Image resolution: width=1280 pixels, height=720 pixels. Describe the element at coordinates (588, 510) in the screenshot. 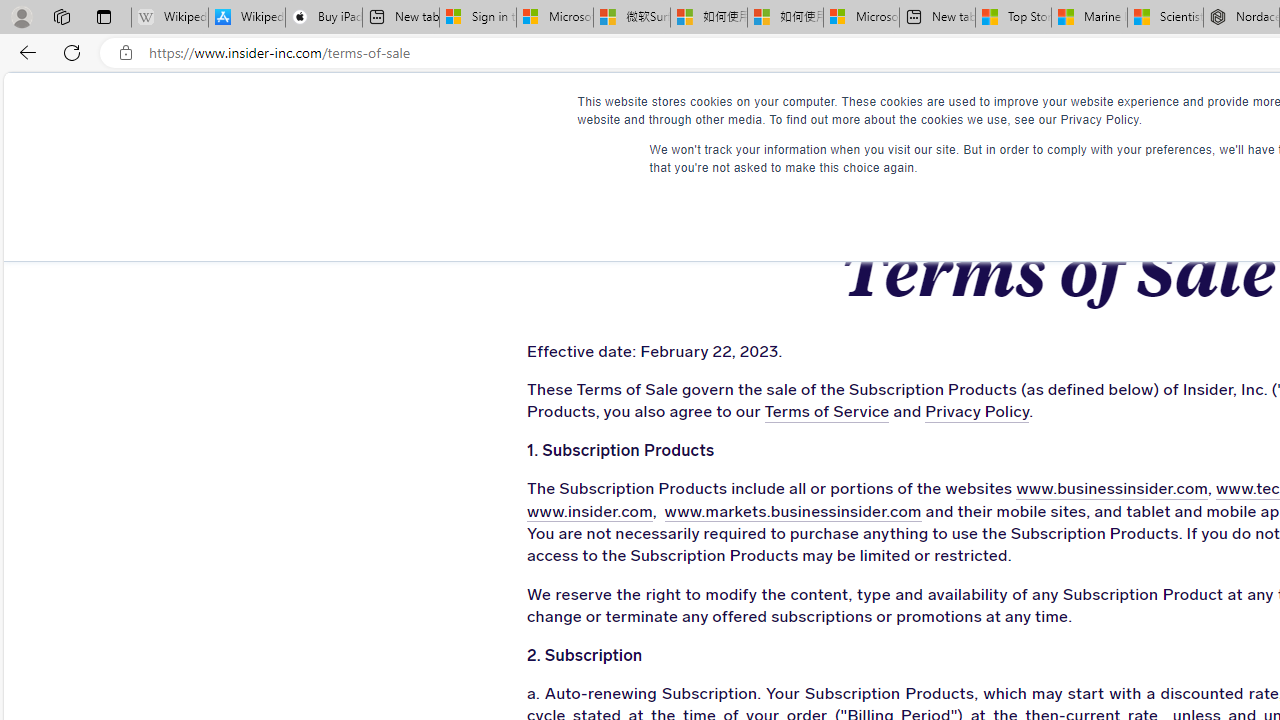

I see `'www.insider.com'` at that location.